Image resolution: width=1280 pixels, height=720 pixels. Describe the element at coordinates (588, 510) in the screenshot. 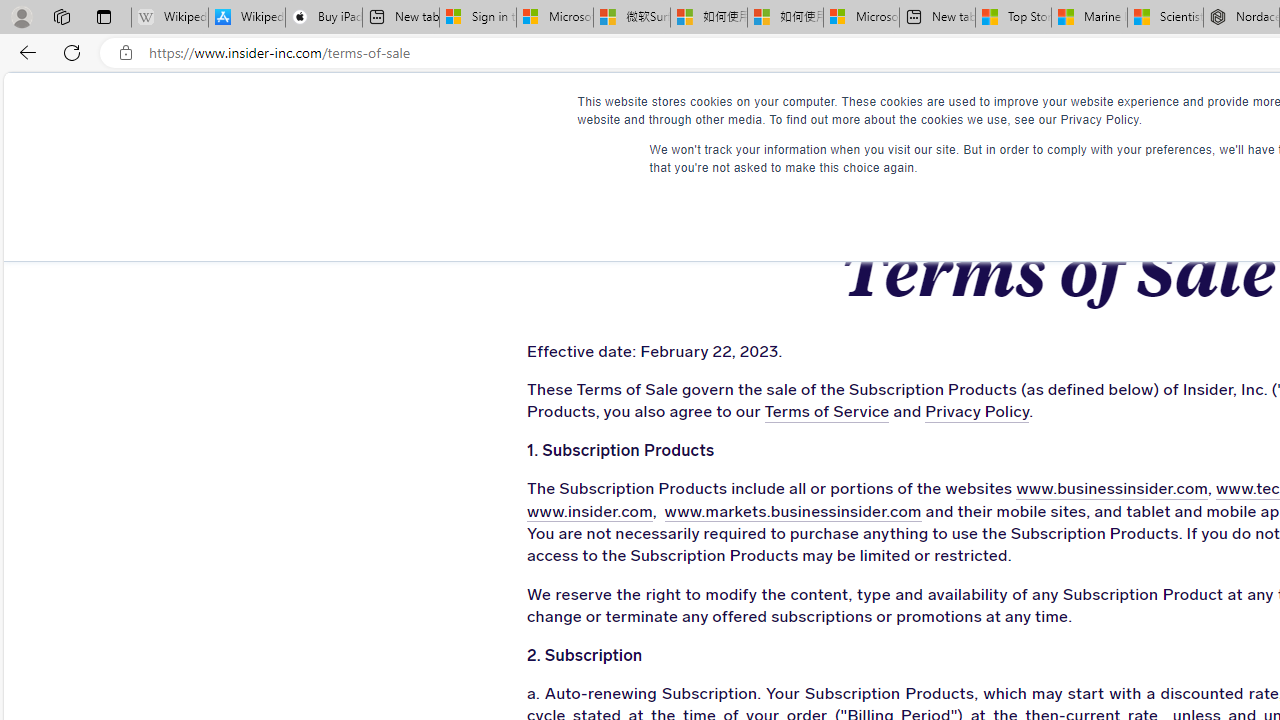

I see `'www.insider.com'` at that location.